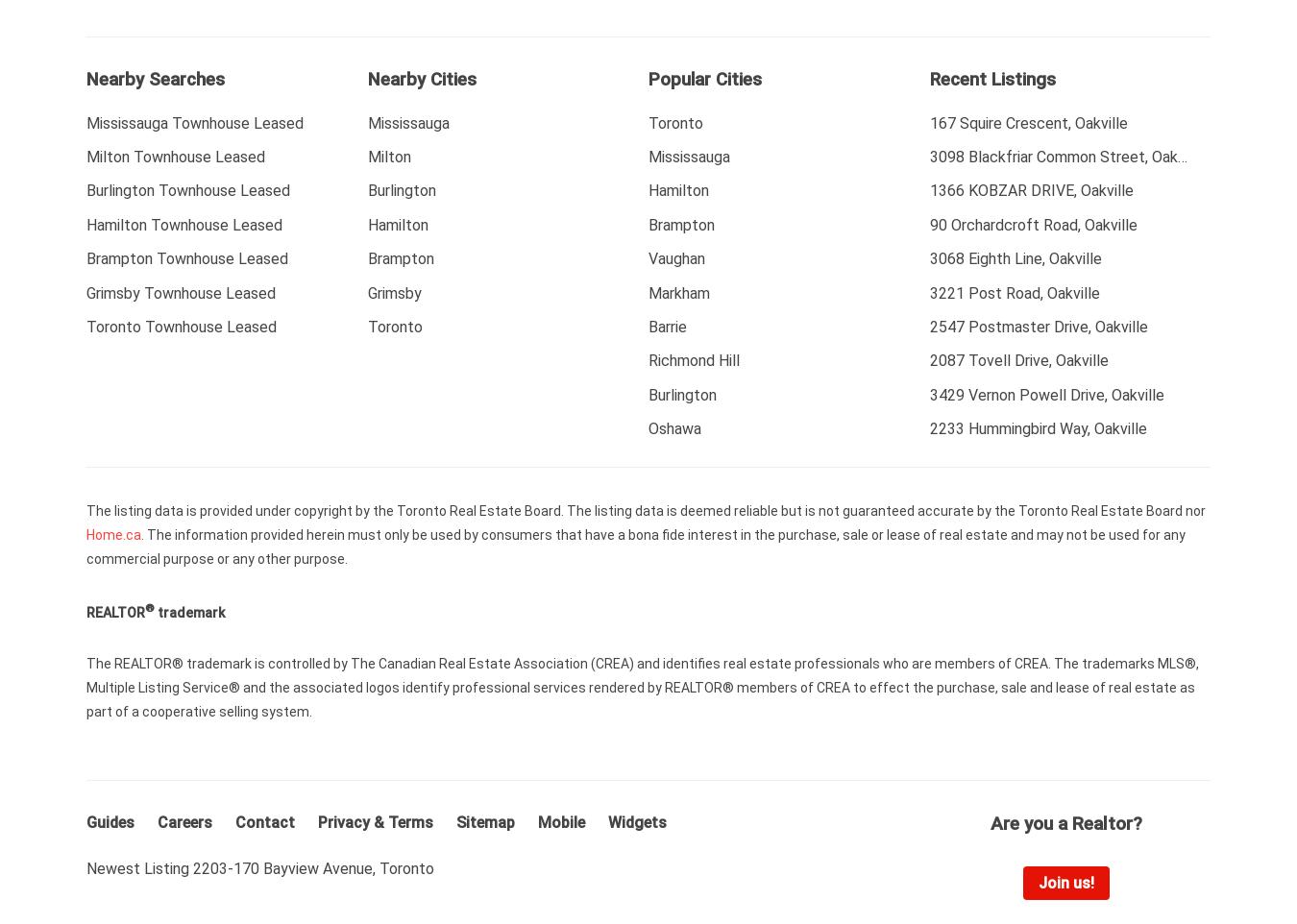 The width and height of the screenshot is (1297, 924). I want to click on '3098 Blackfriar Common Street, Oakville', so click(1065, 157).